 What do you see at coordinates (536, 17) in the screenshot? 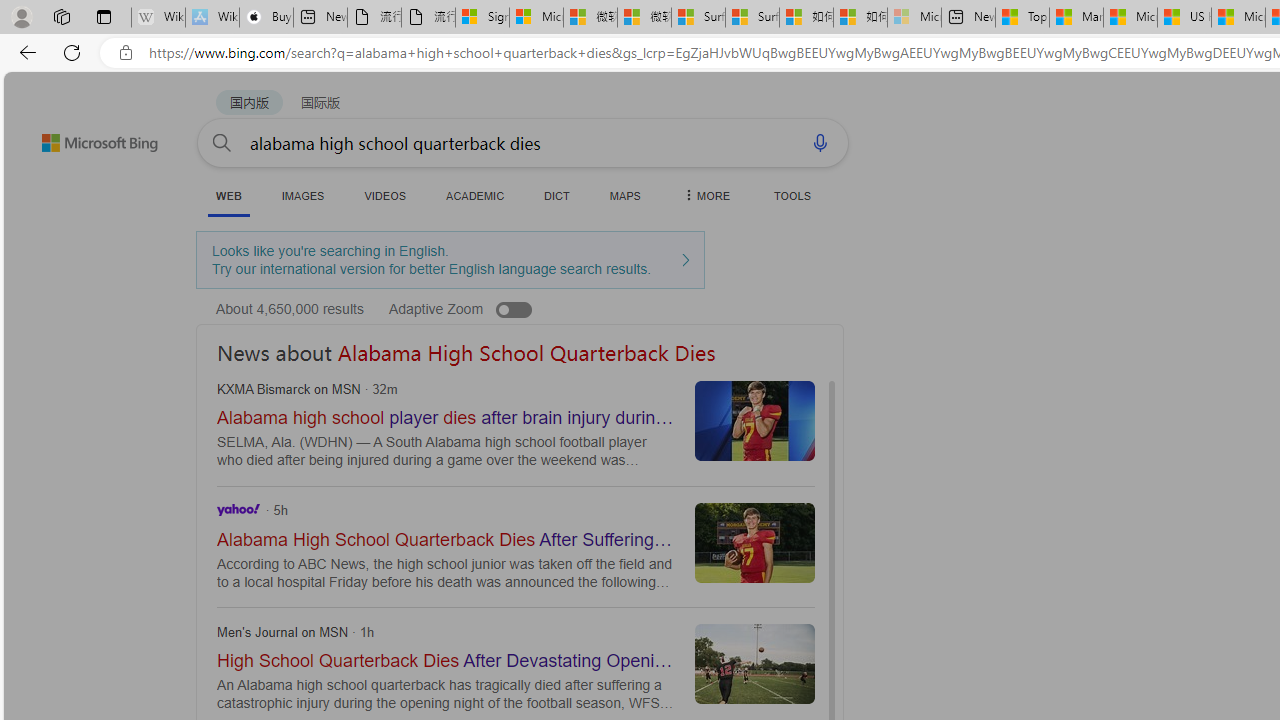
I see `'Microsoft Services Agreement'` at bounding box center [536, 17].